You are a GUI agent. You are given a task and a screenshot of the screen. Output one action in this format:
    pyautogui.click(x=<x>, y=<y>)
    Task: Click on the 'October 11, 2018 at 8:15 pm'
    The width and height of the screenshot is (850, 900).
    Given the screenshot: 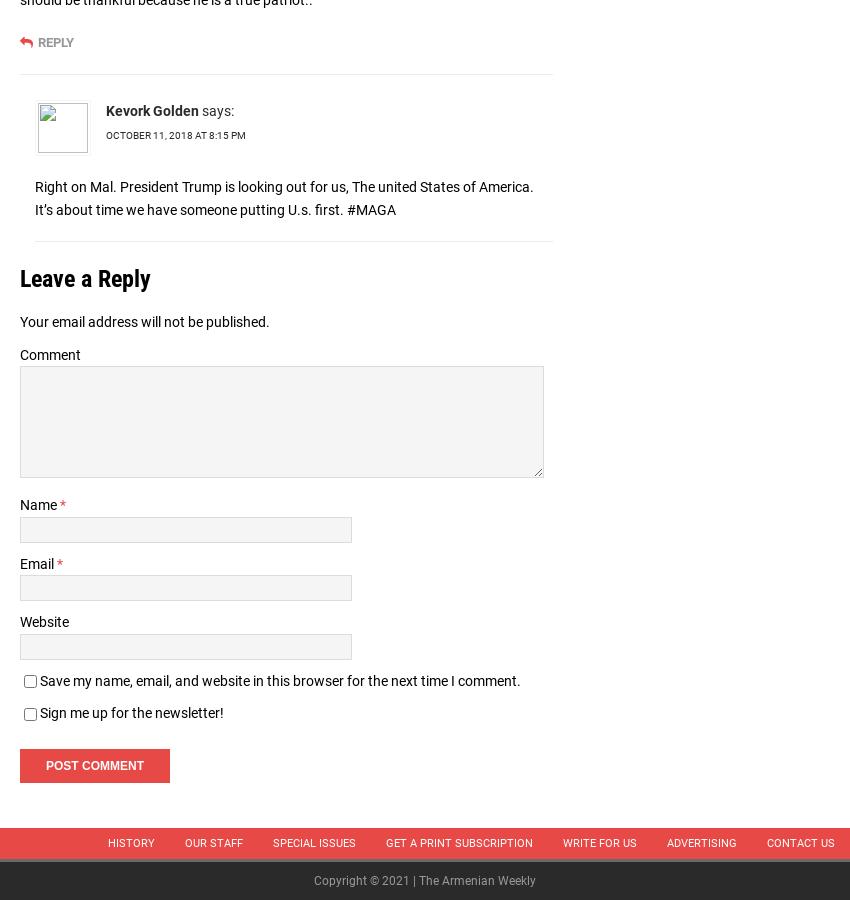 What is the action you would take?
    pyautogui.click(x=175, y=134)
    